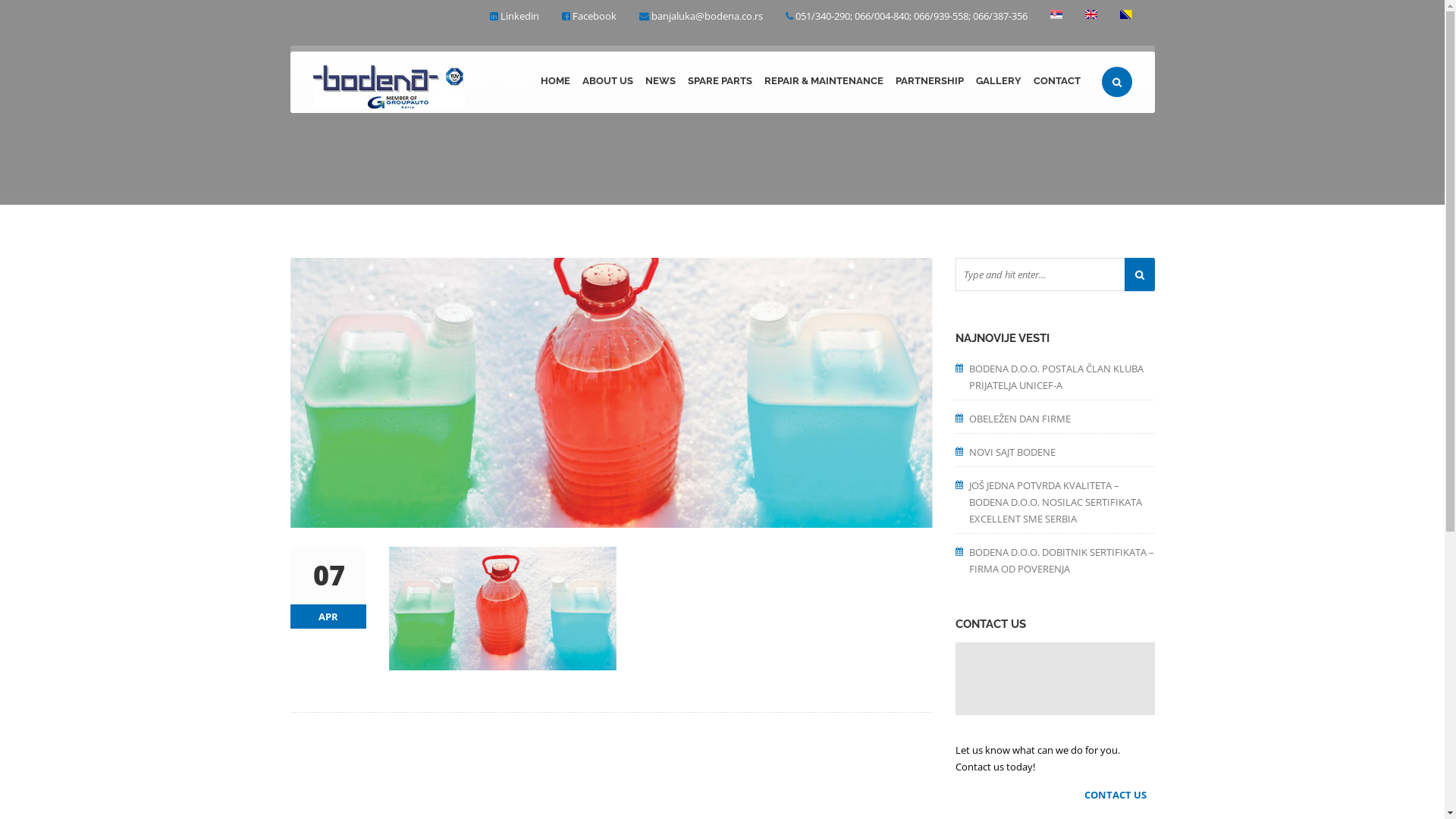  Describe the element at coordinates (888, 82) in the screenshot. I see `'PARTNERSHIP'` at that location.